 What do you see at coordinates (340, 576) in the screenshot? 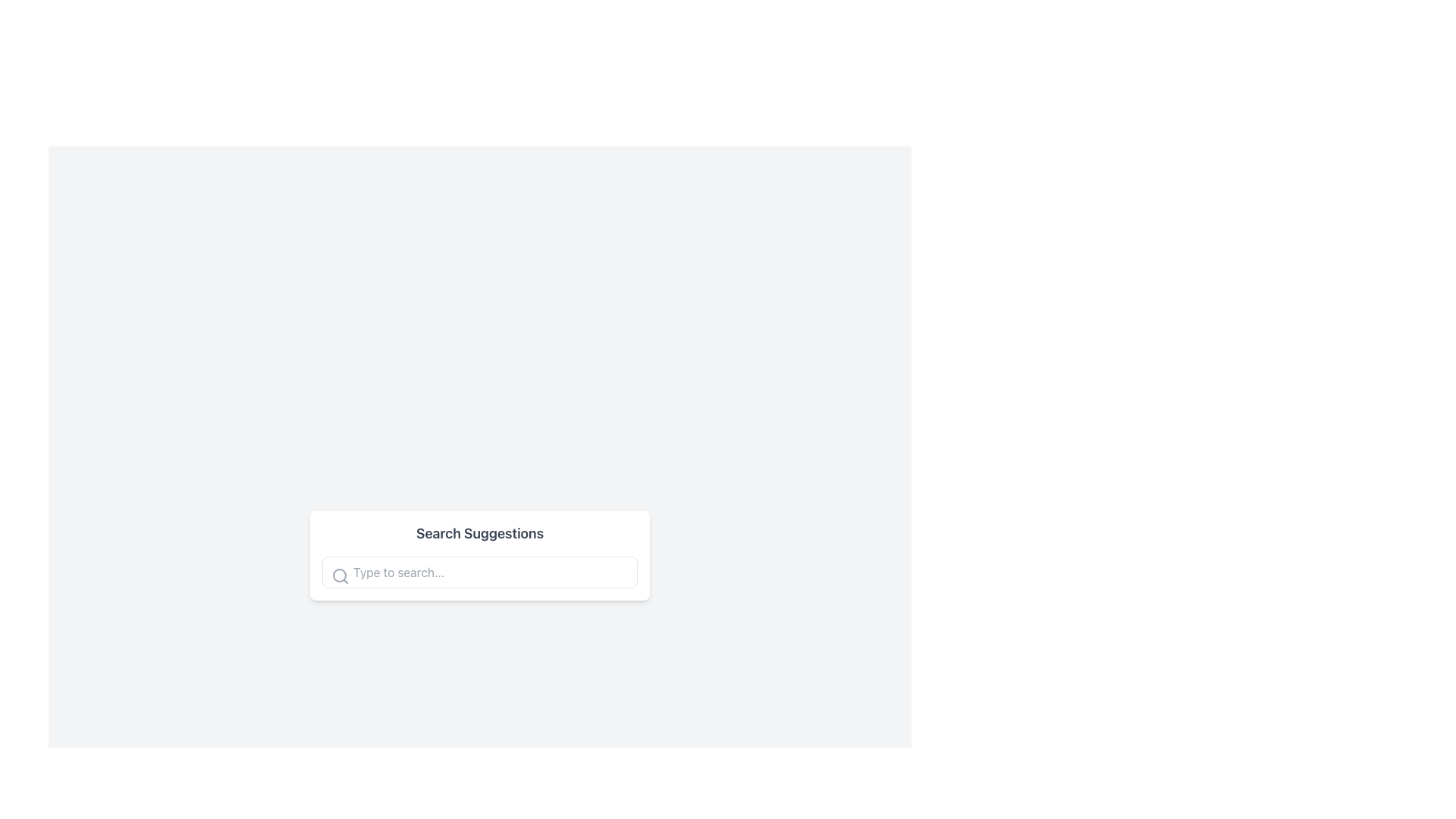
I see `the decorative icon located inside the search bar, positioned at the far left next to the text input field, indicating its purpose as a visual hint for the search functionality` at bounding box center [340, 576].